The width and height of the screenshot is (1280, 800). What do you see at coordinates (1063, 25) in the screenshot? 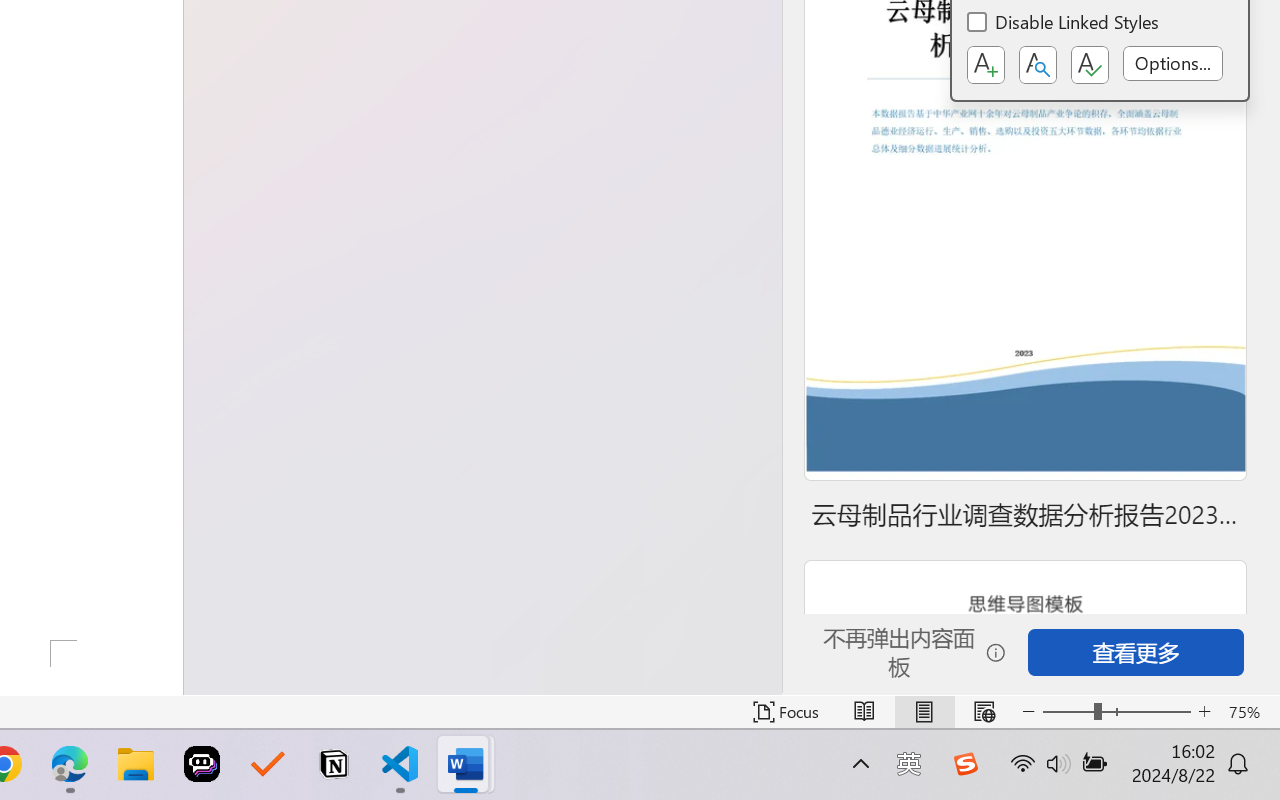
I see `'Disable Linked Styles'` at bounding box center [1063, 25].